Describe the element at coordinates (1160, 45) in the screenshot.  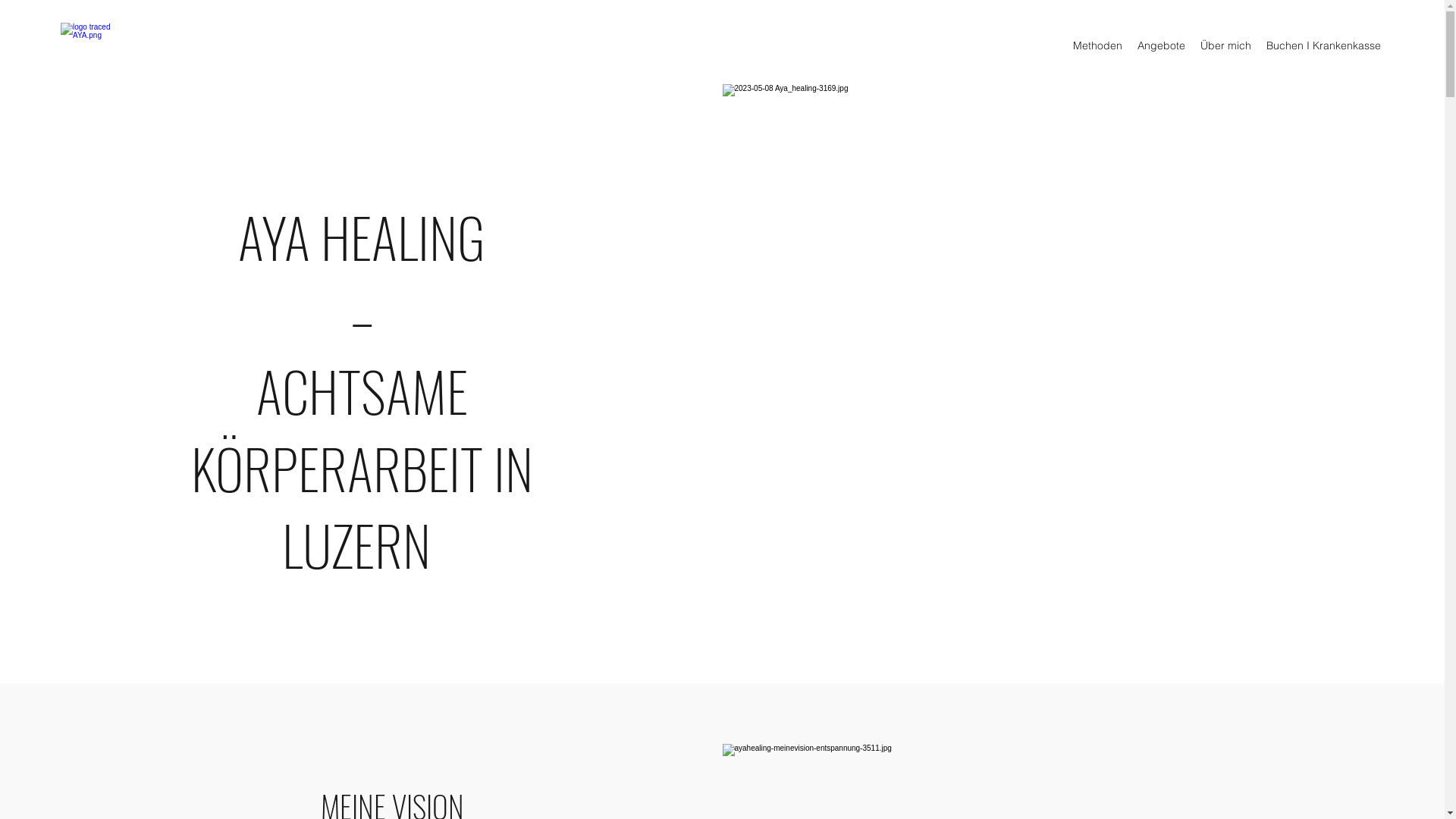
I see `'Angebote'` at that location.